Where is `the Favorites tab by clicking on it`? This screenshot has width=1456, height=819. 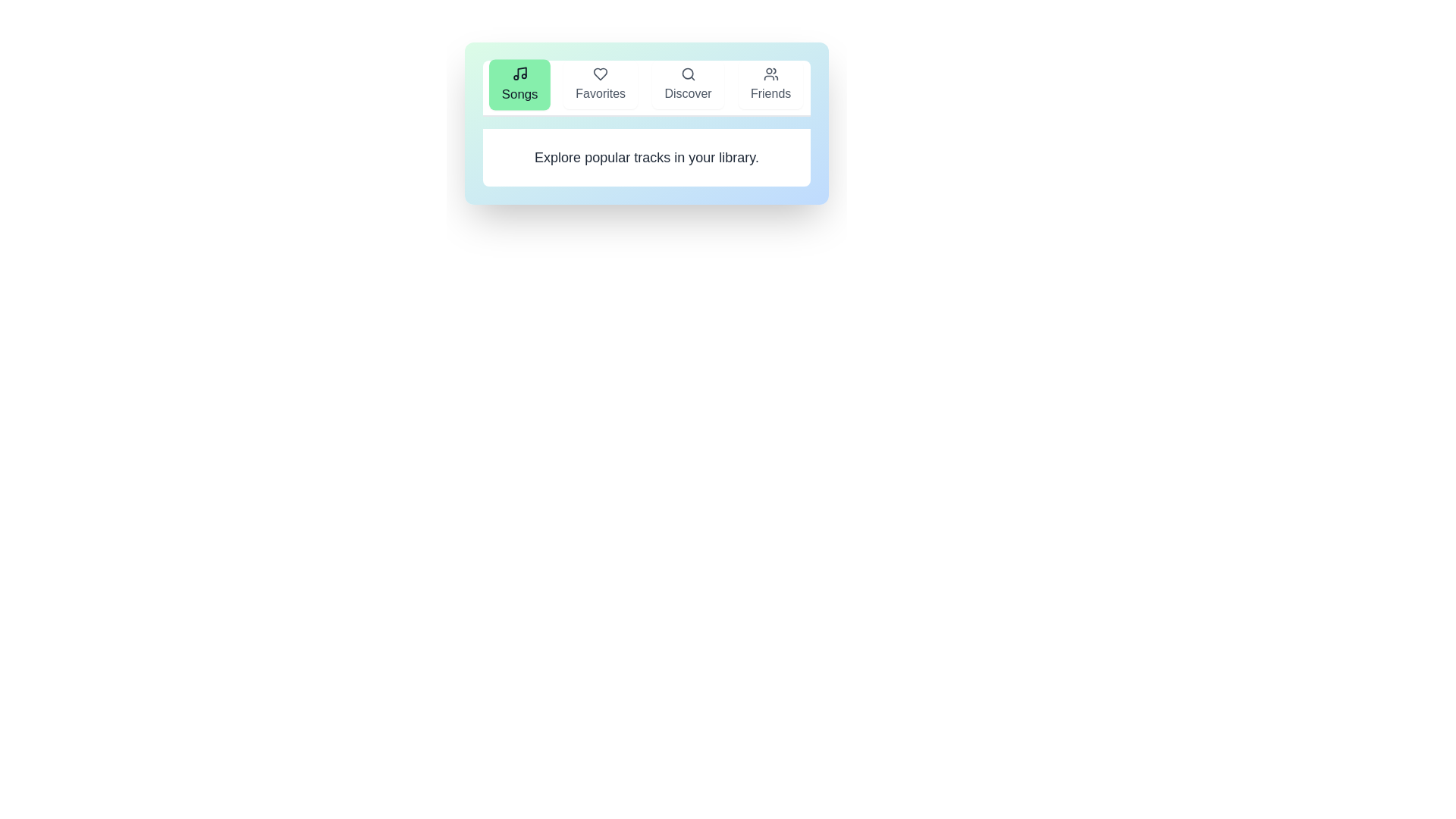
the Favorites tab by clicking on it is located at coordinates (600, 84).